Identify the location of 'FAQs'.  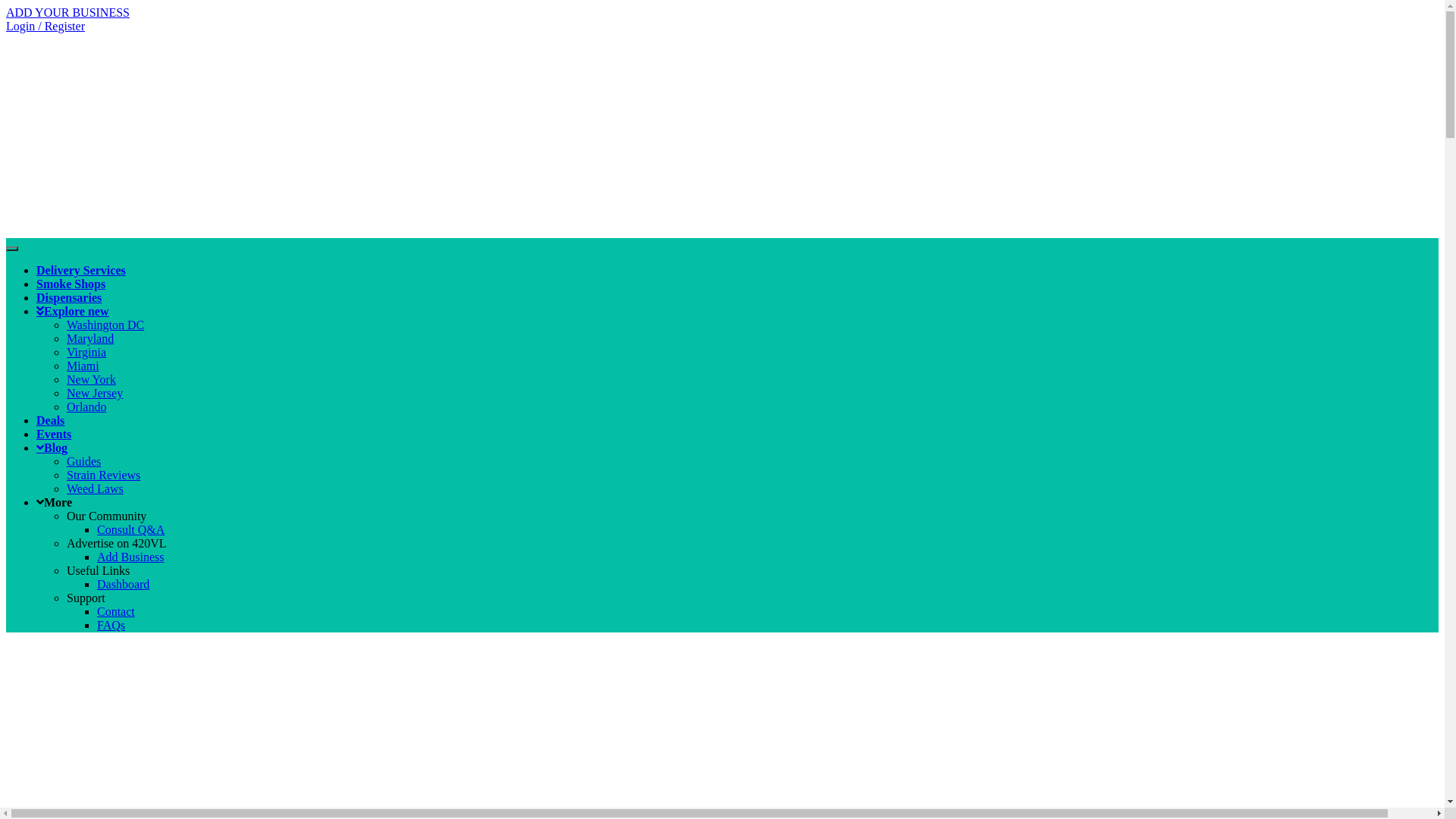
(110, 625).